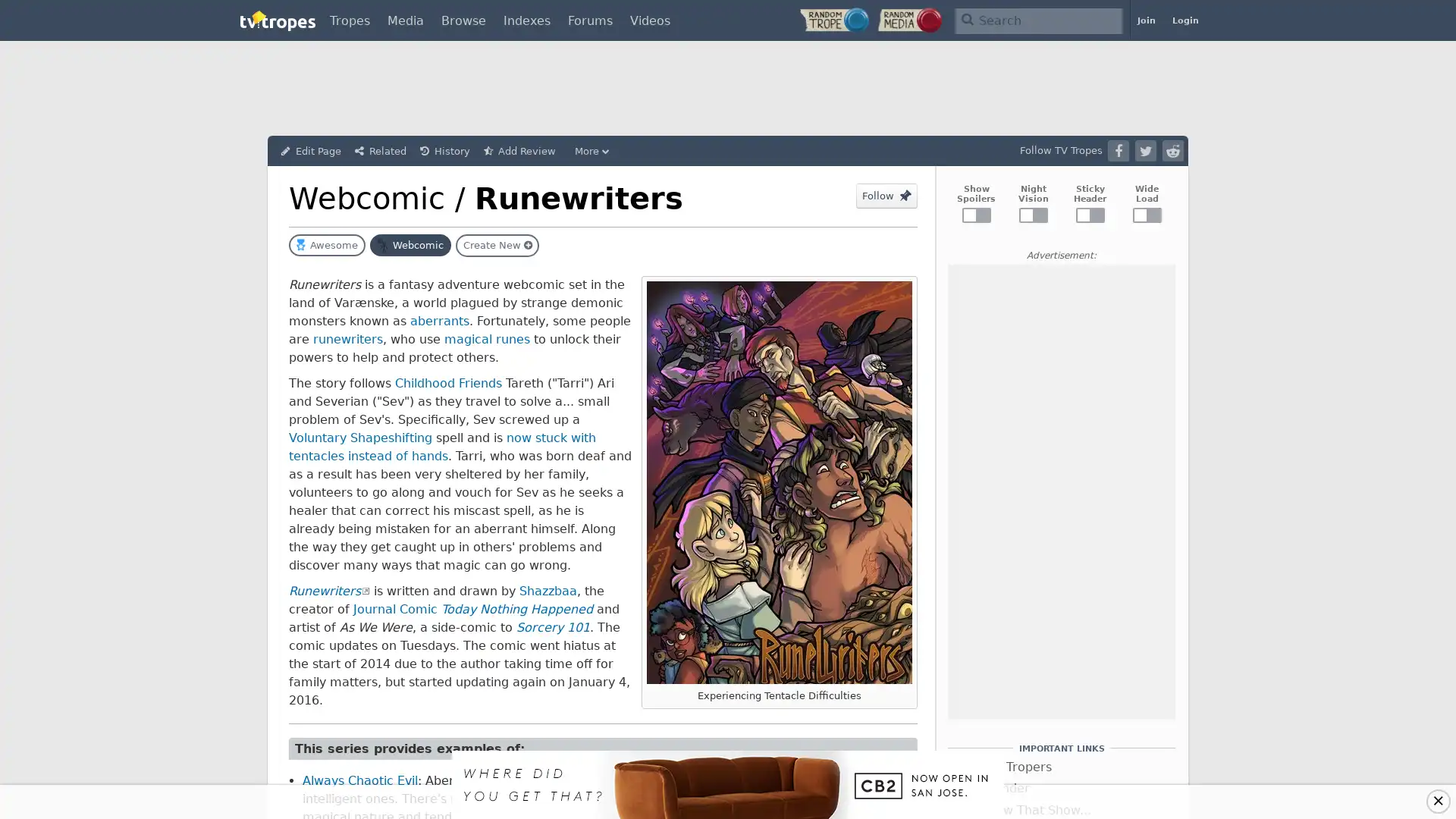 The width and height of the screenshot is (1456, 819). What do you see at coordinates (497, 245) in the screenshot?
I see `Create New` at bounding box center [497, 245].